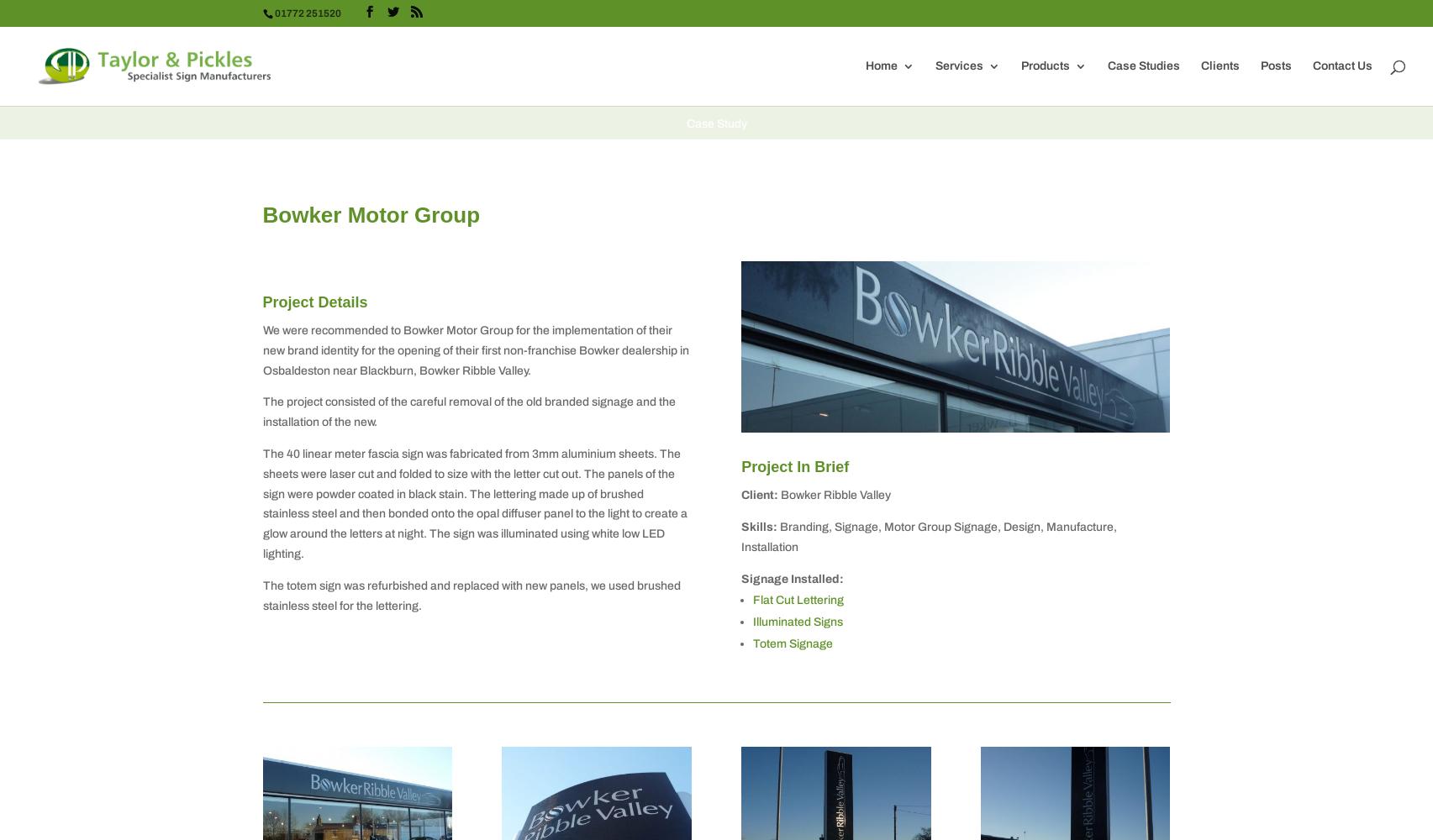 The height and width of the screenshot is (840, 1433). What do you see at coordinates (313, 301) in the screenshot?
I see `'Project Details'` at bounding box center [313, 301].